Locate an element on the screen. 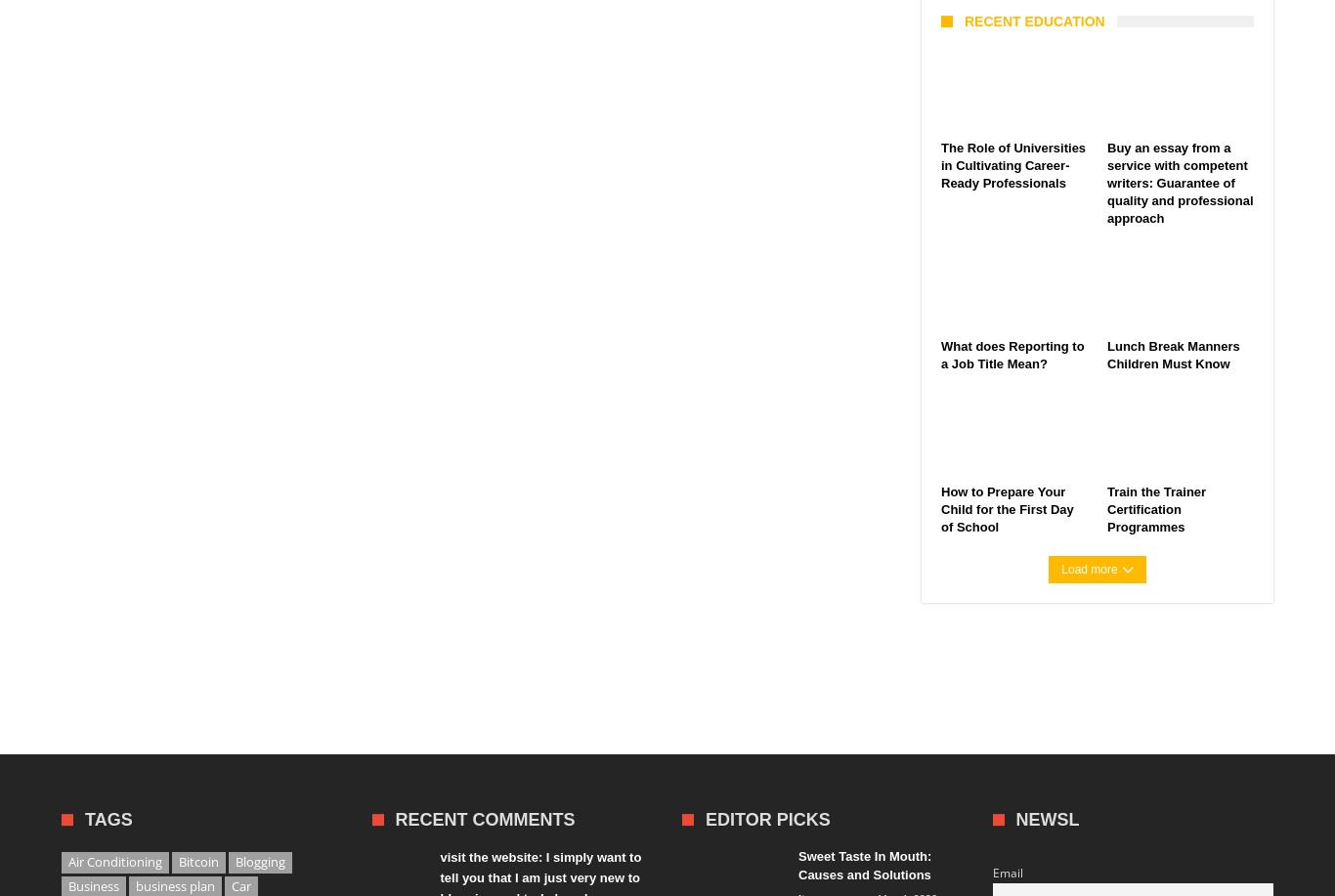 The width and height of the screenshot is (1335, 896). 'Load more' is located at coordinates (1088, 570).